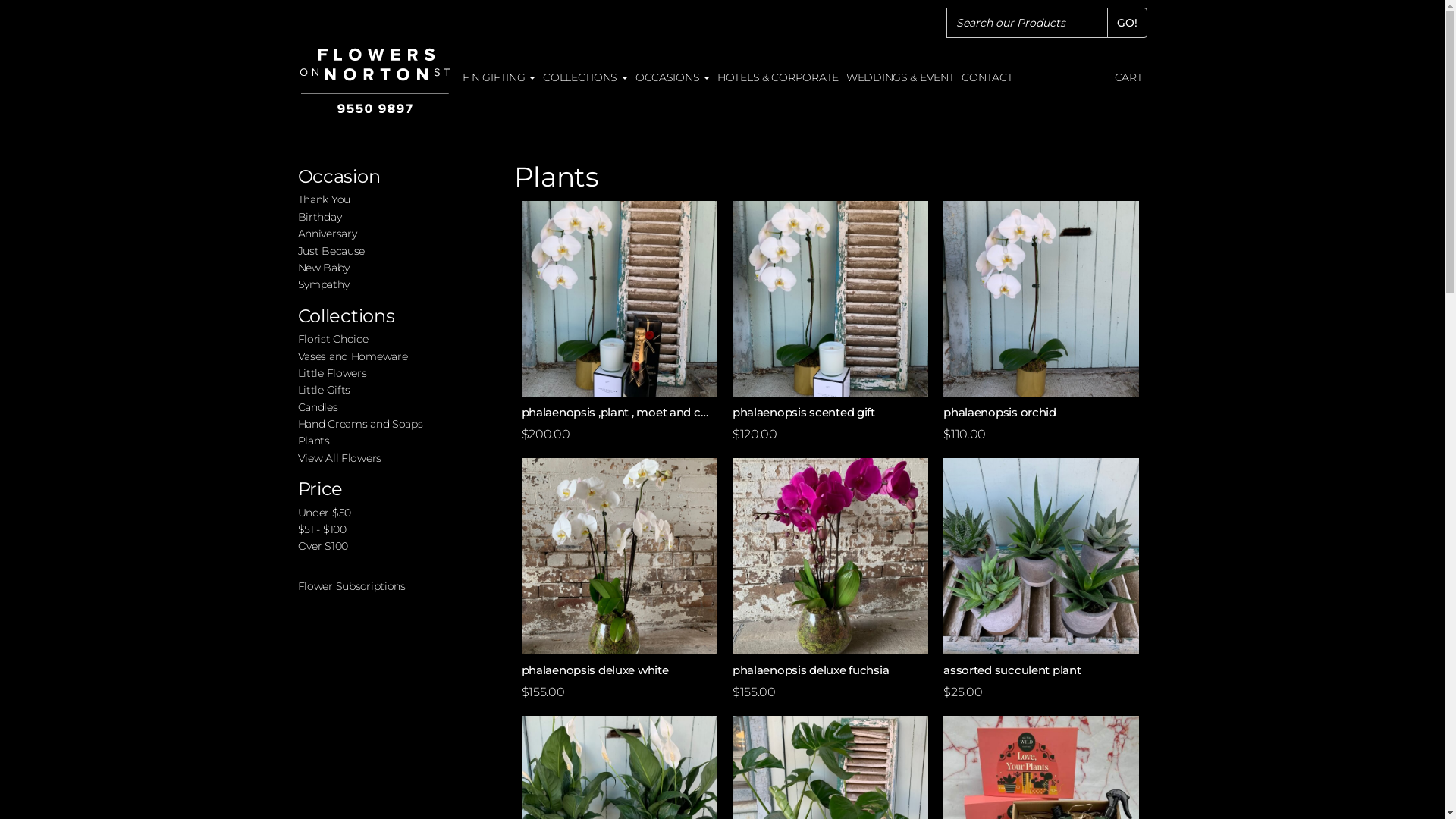  Describe the element at coordinates (330, 250) in the screenshot. I see `'Just Because'` at that location.